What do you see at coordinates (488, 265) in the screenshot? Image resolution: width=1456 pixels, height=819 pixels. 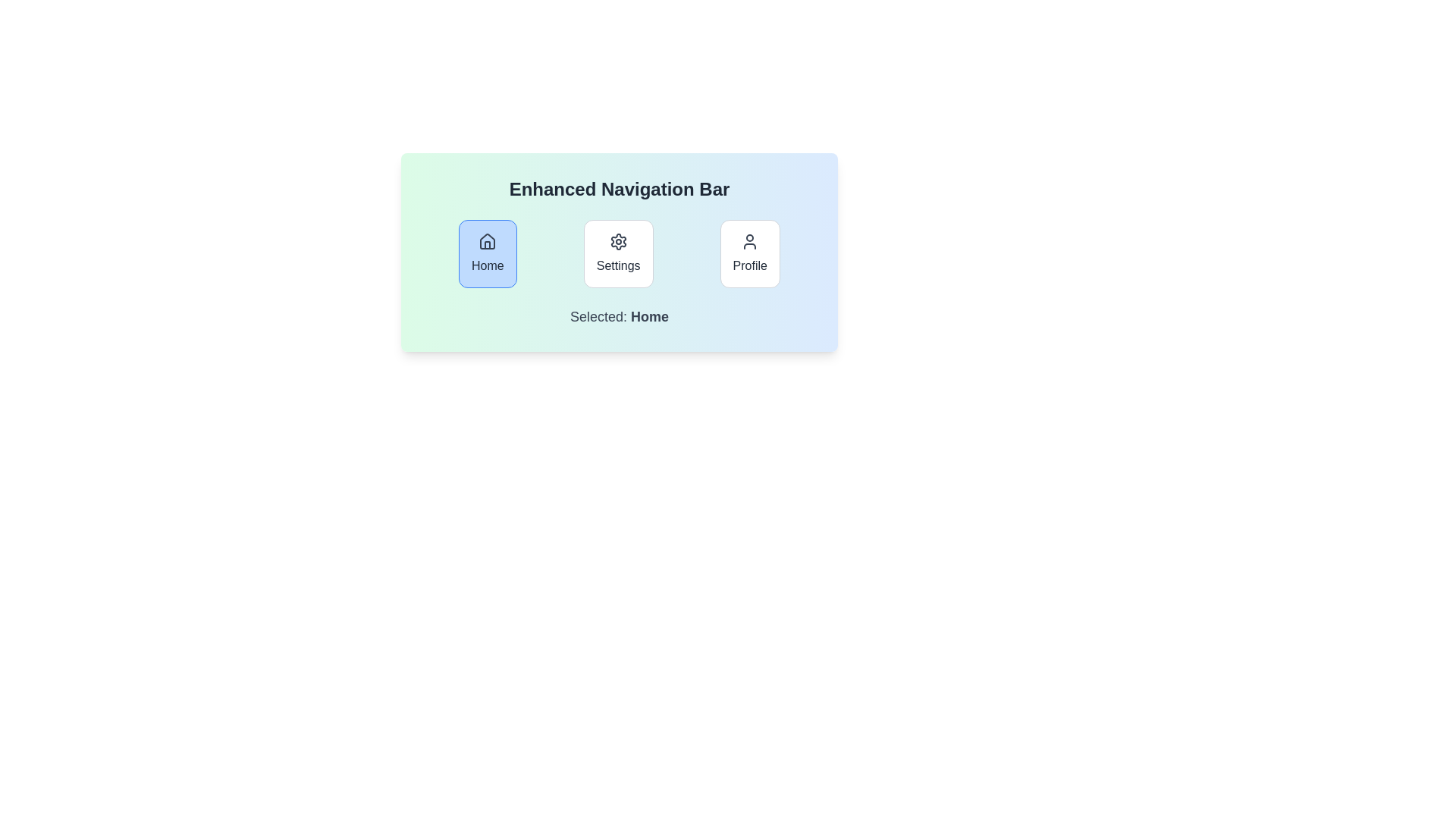 I see `the text label that reads 'Home', which is styled with a medium-weight font and gray color, located below a house icon` at bounding box center [488, 265].